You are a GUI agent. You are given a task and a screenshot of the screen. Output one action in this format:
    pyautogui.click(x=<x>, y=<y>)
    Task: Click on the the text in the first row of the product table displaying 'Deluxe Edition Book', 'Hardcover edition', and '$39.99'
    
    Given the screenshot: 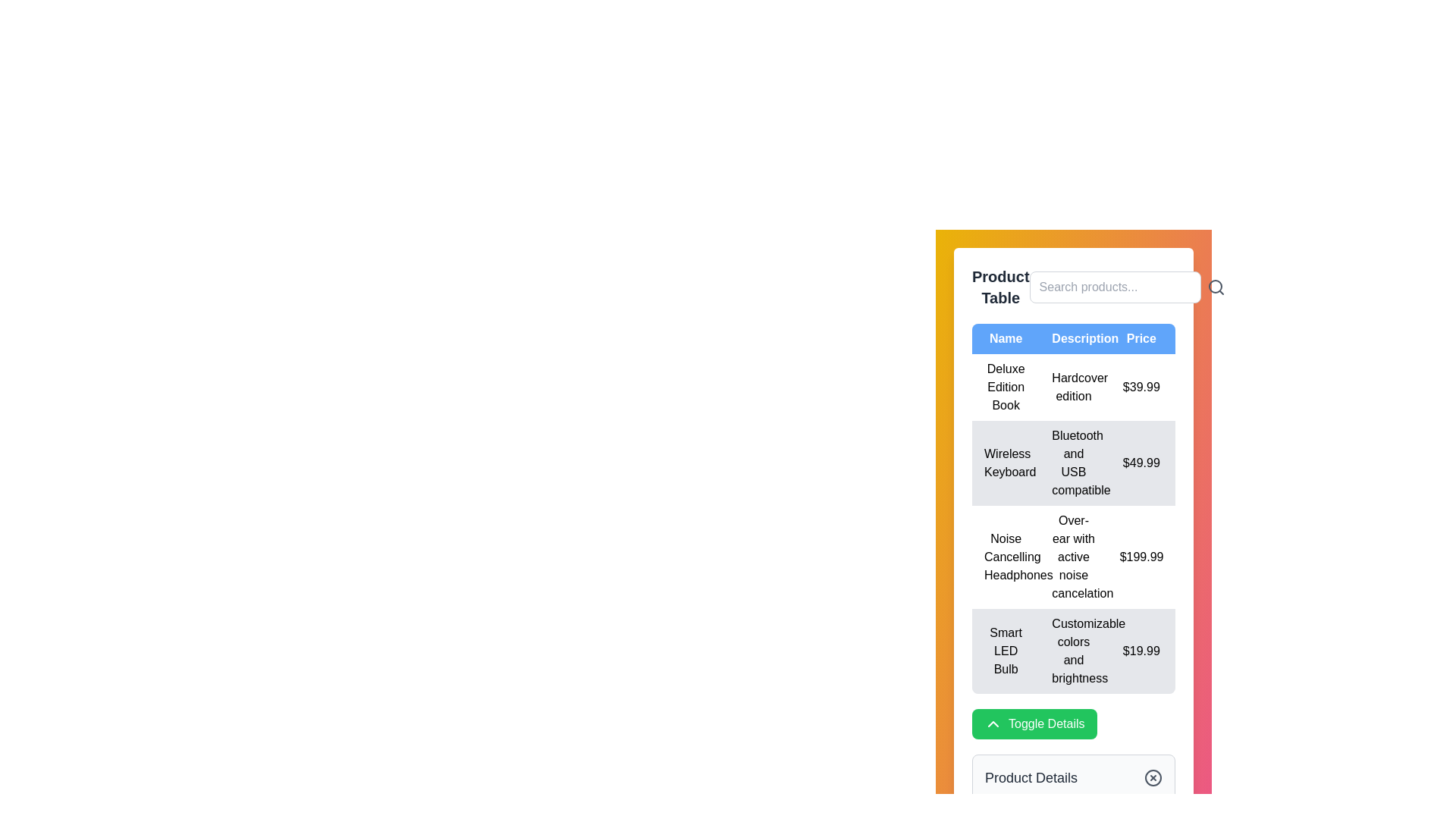 What is the action you would take?
    pyautogui.click(x=1073, y=386)
    